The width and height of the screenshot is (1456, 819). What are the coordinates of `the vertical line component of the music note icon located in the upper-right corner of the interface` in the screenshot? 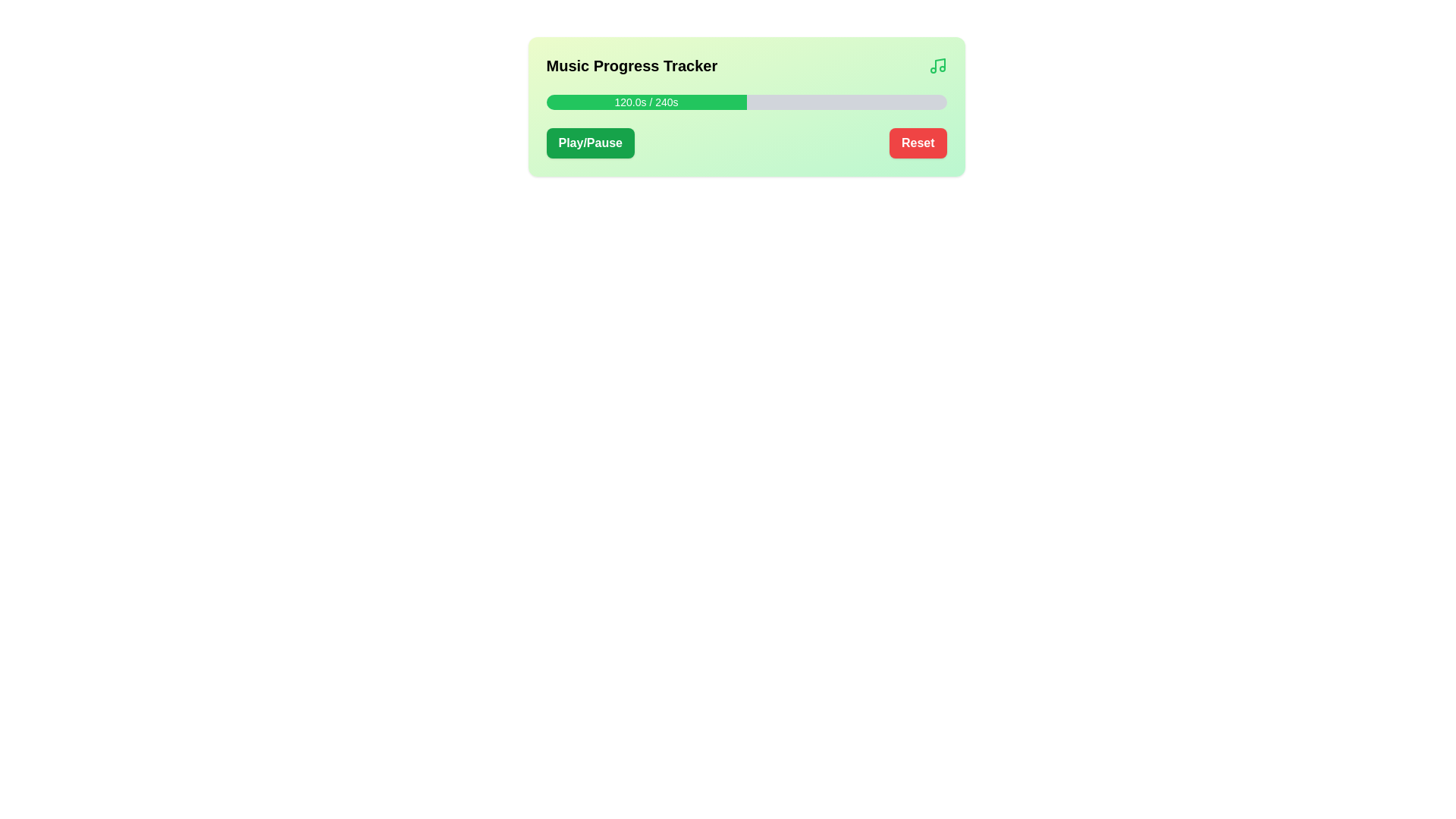 It's located at (939, 64).